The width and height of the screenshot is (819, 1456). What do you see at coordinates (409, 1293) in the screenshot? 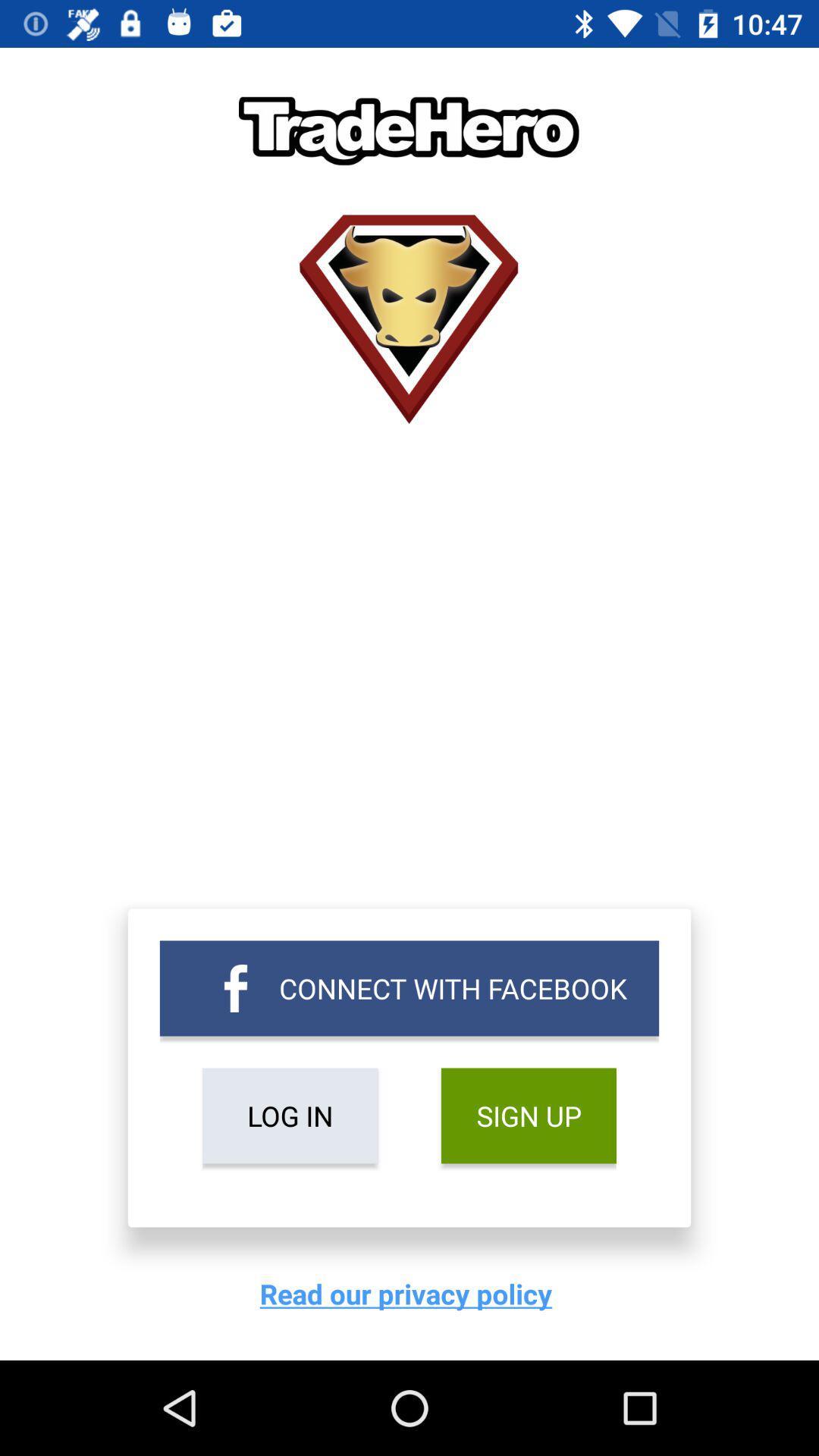
I see `read our privacy` at bounding box center [409, 1293].